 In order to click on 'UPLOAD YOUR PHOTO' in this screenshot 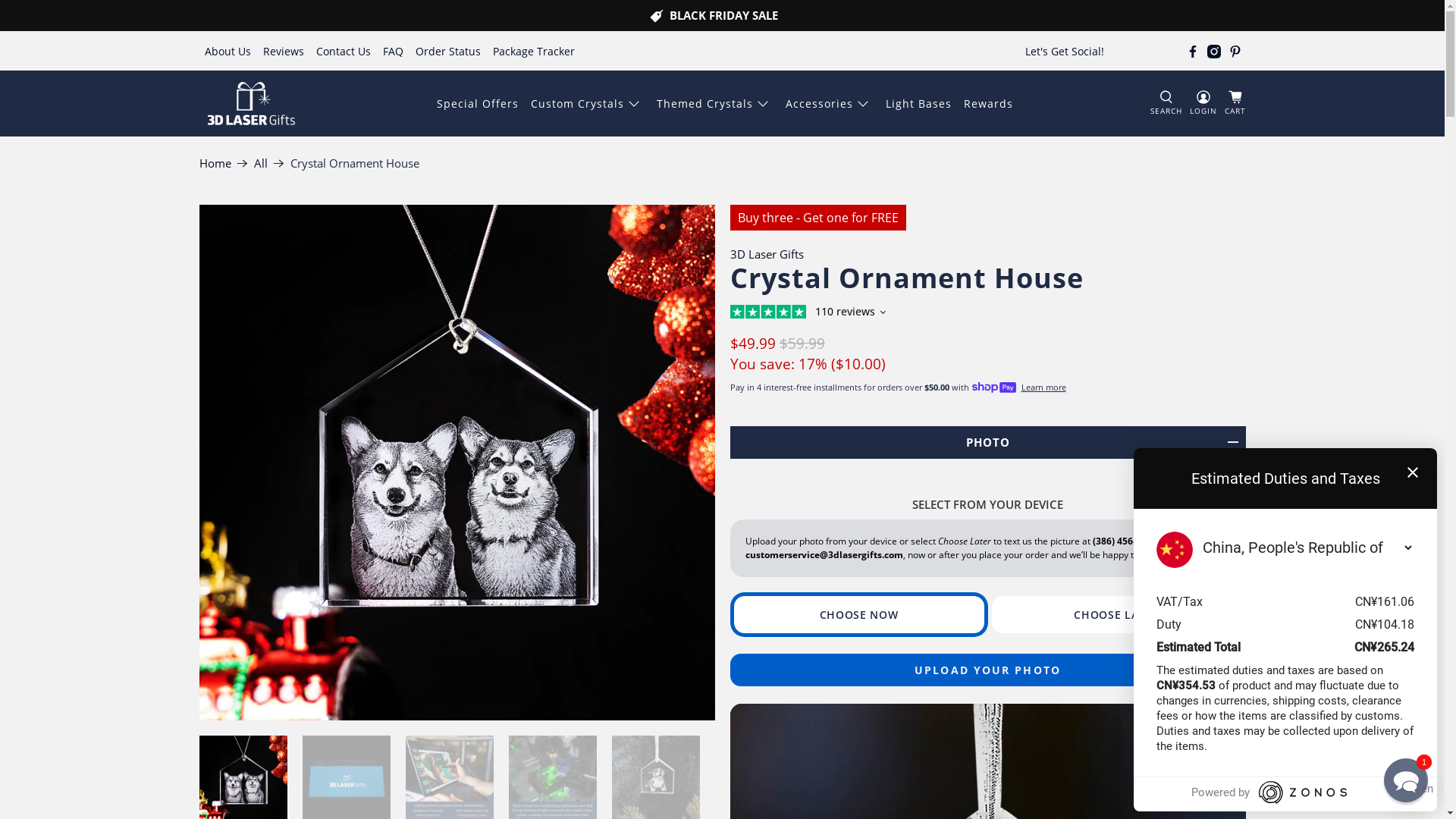, I will do `click(987, 669)`.